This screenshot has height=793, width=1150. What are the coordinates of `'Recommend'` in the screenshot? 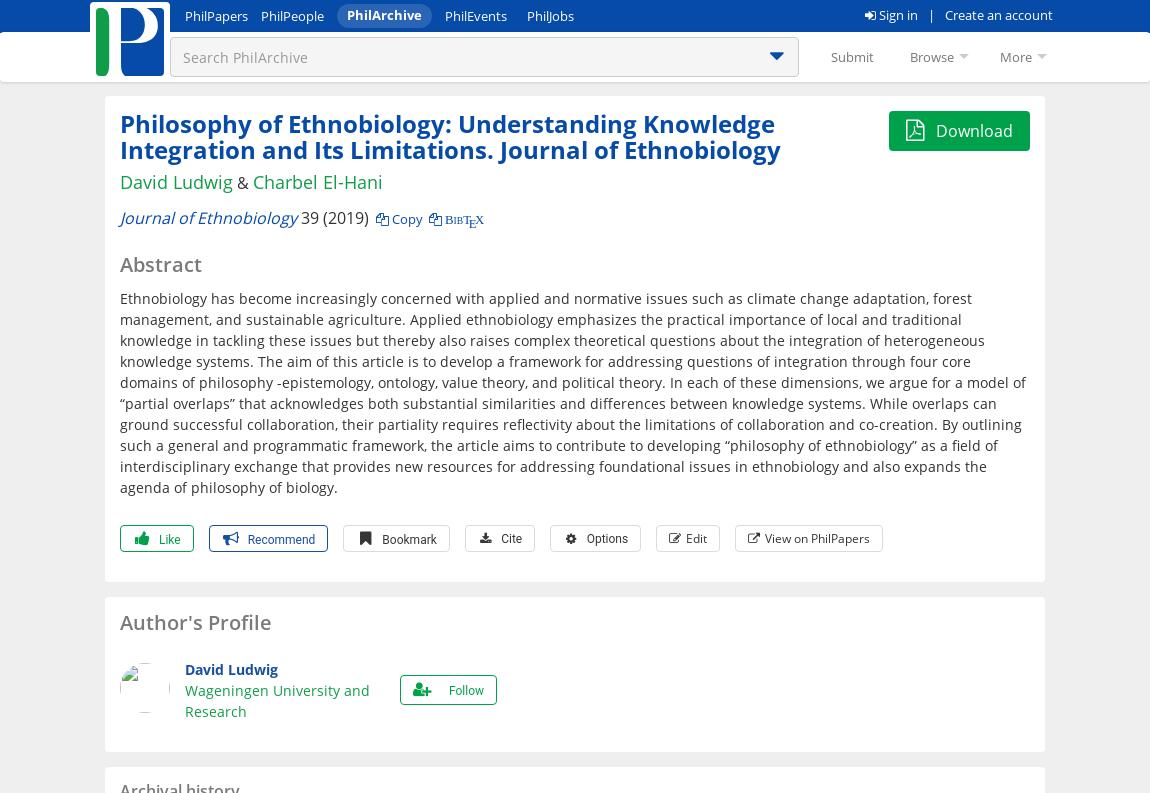 It's located at (279, 538).